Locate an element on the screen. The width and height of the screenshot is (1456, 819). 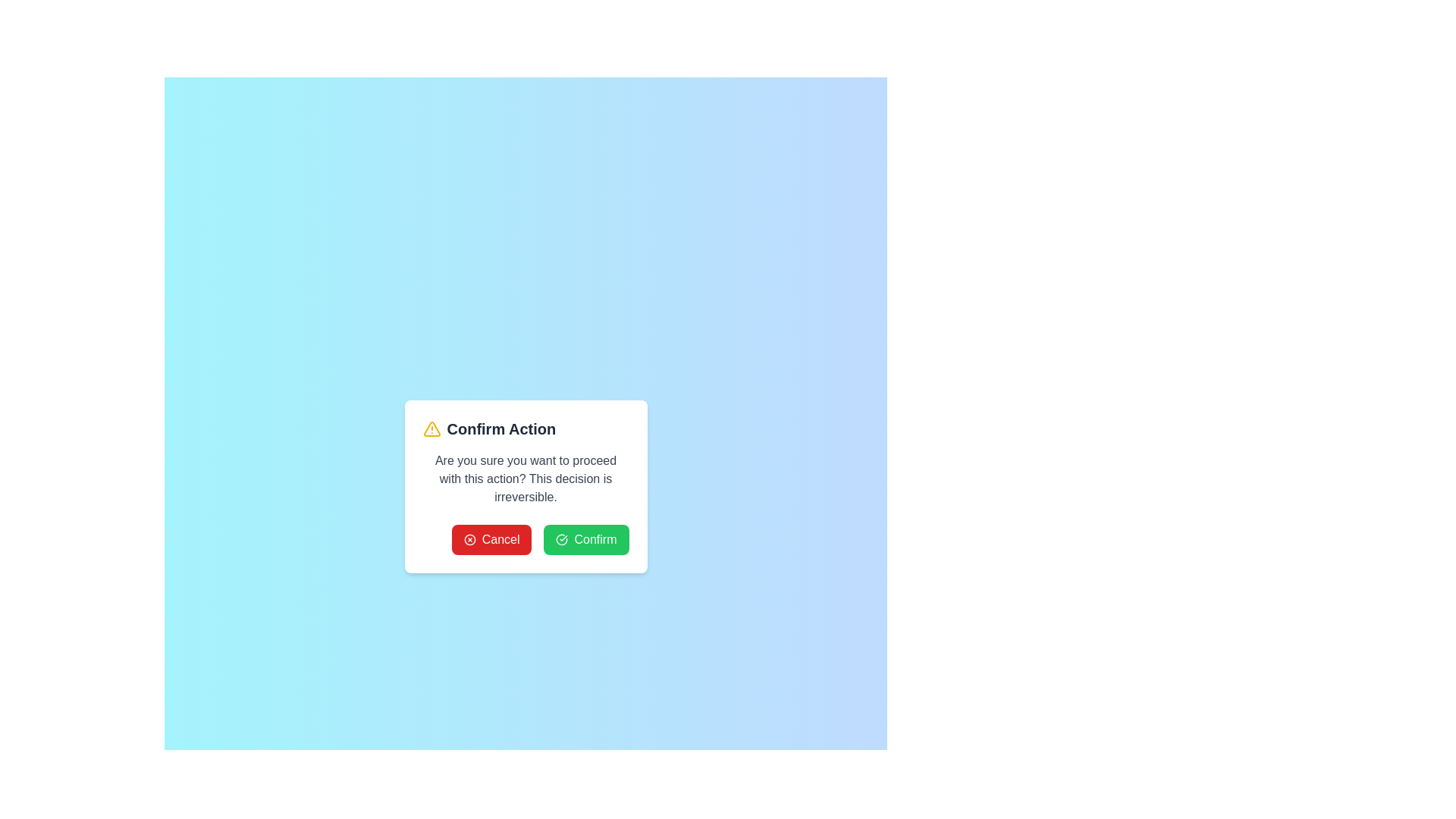
the green circular checkmark icon in the 'Confirm' button of the confirmation dialog box is located at coordinates (561, 539).